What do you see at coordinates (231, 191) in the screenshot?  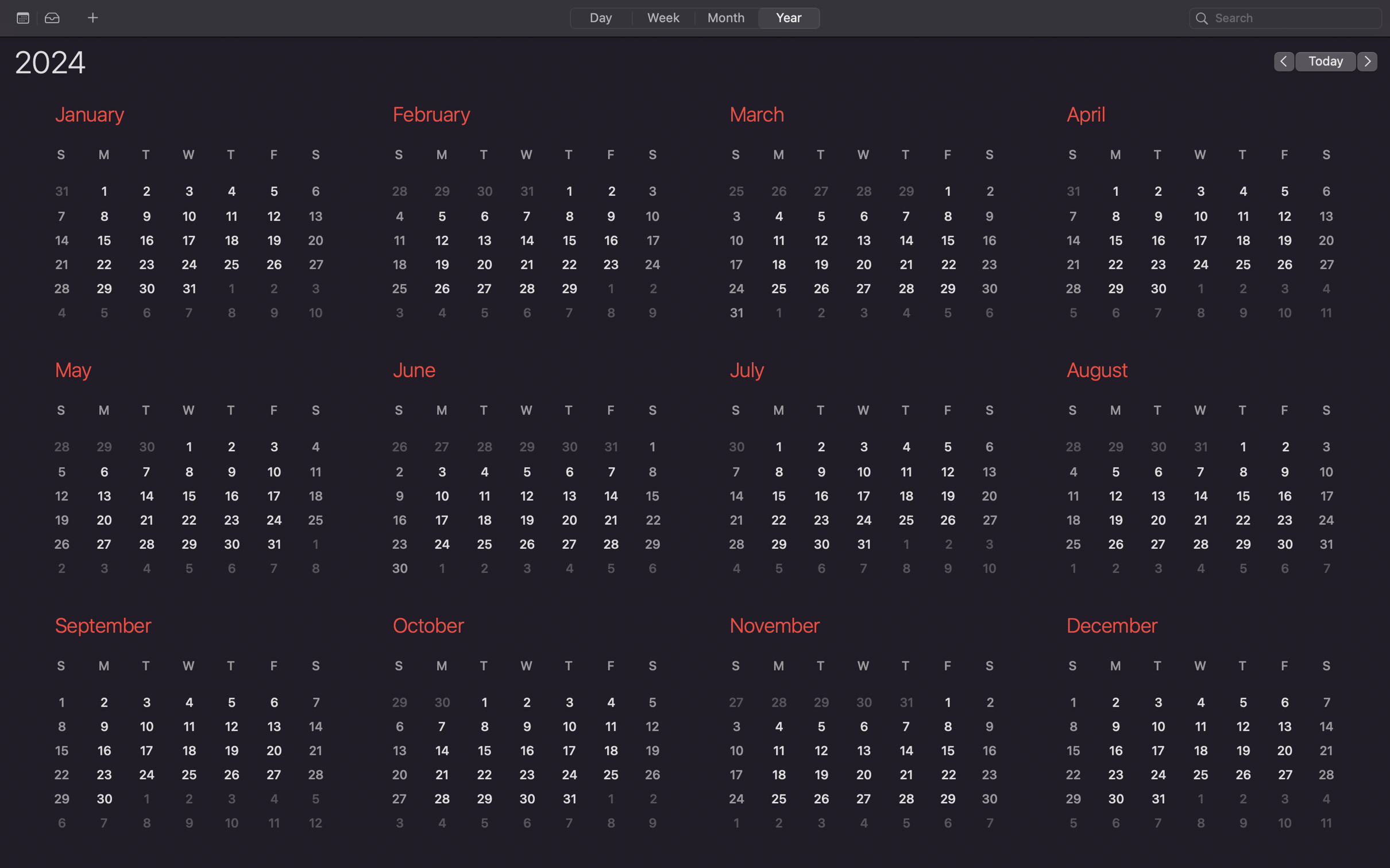 I see `the 4th of January on the calendar` at bounding box center [231, 191].